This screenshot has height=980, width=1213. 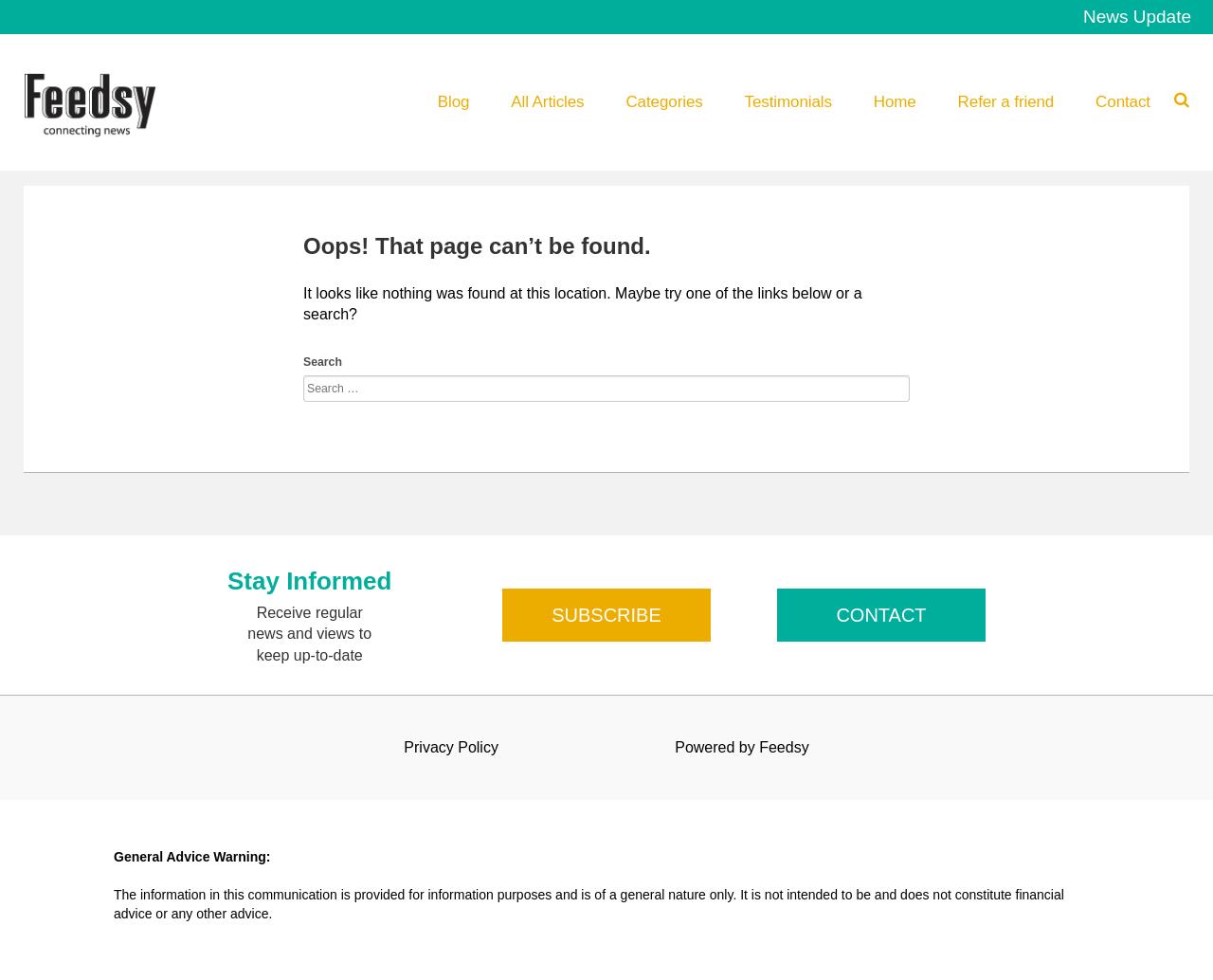 I want to click on 'Powered by Feedsy', so click(x=740, y=745).